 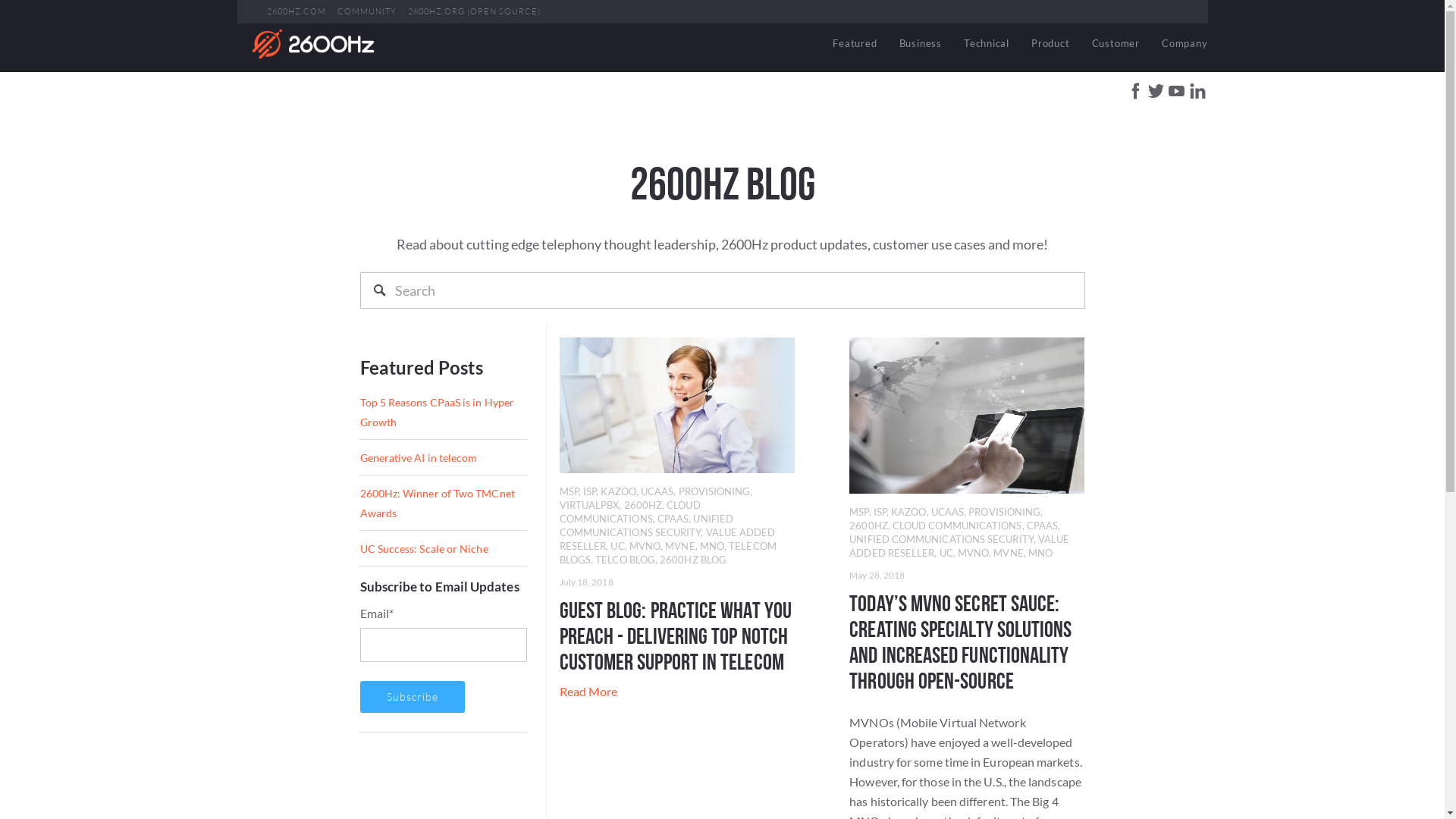 What do you see at coordinates (959, 546) in the screenshot?
I see `'VALUE ADDED RESELLER'` at bounding box center [959, 546].